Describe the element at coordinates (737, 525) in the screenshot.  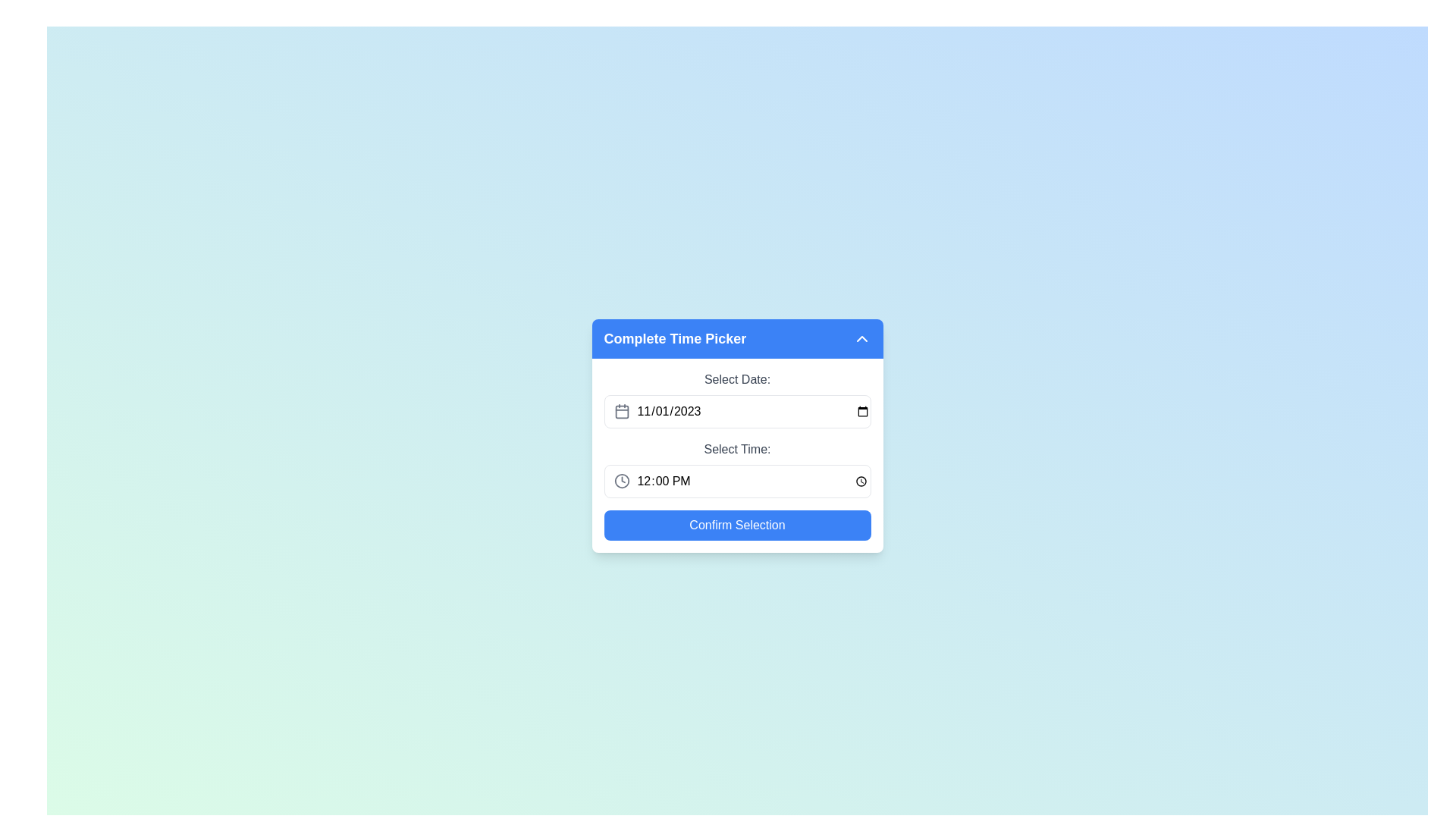
I see `the confirmation button located at the bottom of the section that confirms the selections made in the form, such as date and time` at that location.